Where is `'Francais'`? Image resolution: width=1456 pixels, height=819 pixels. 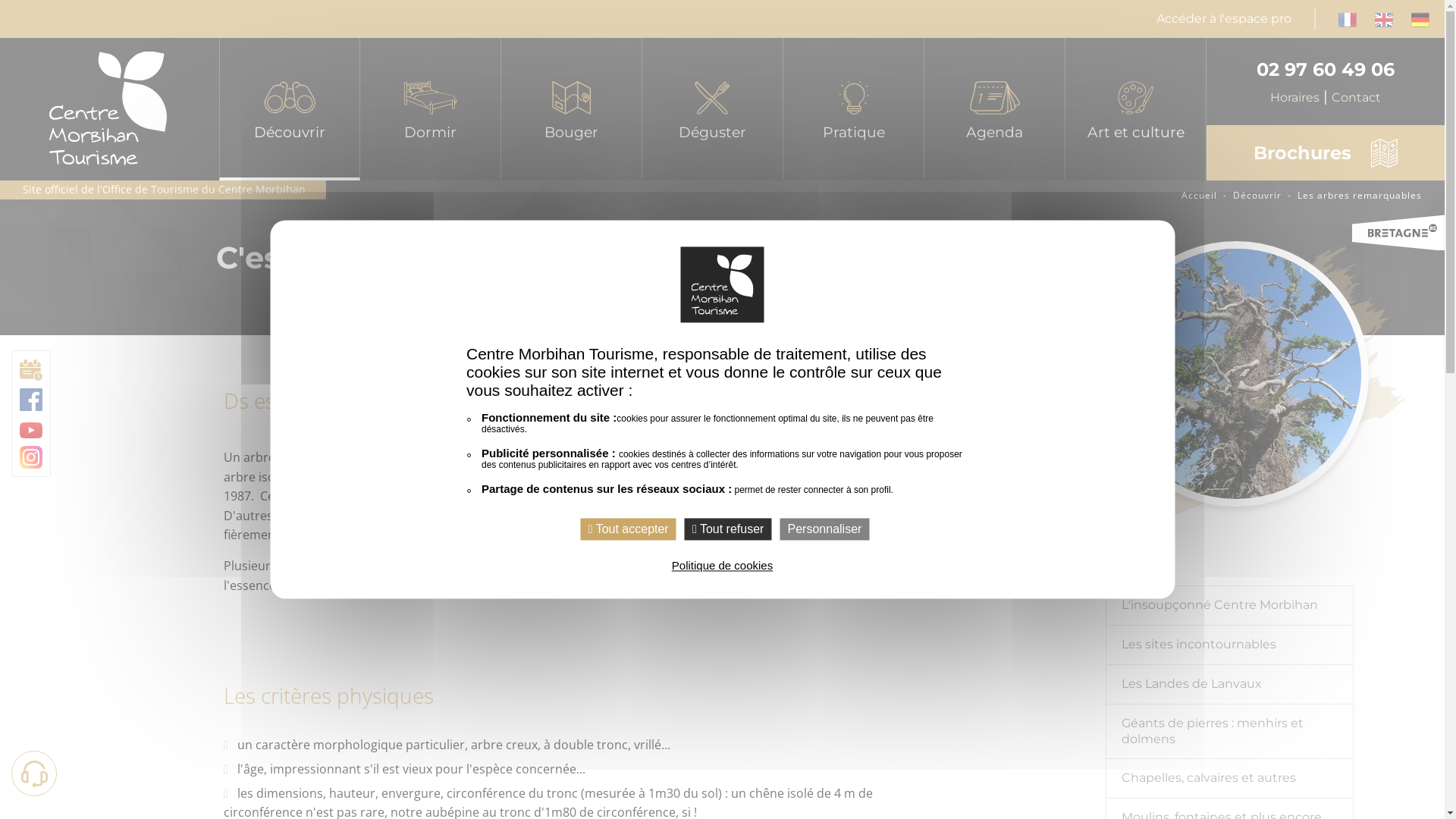
'Francais' is located at coordinates (1338, 17).